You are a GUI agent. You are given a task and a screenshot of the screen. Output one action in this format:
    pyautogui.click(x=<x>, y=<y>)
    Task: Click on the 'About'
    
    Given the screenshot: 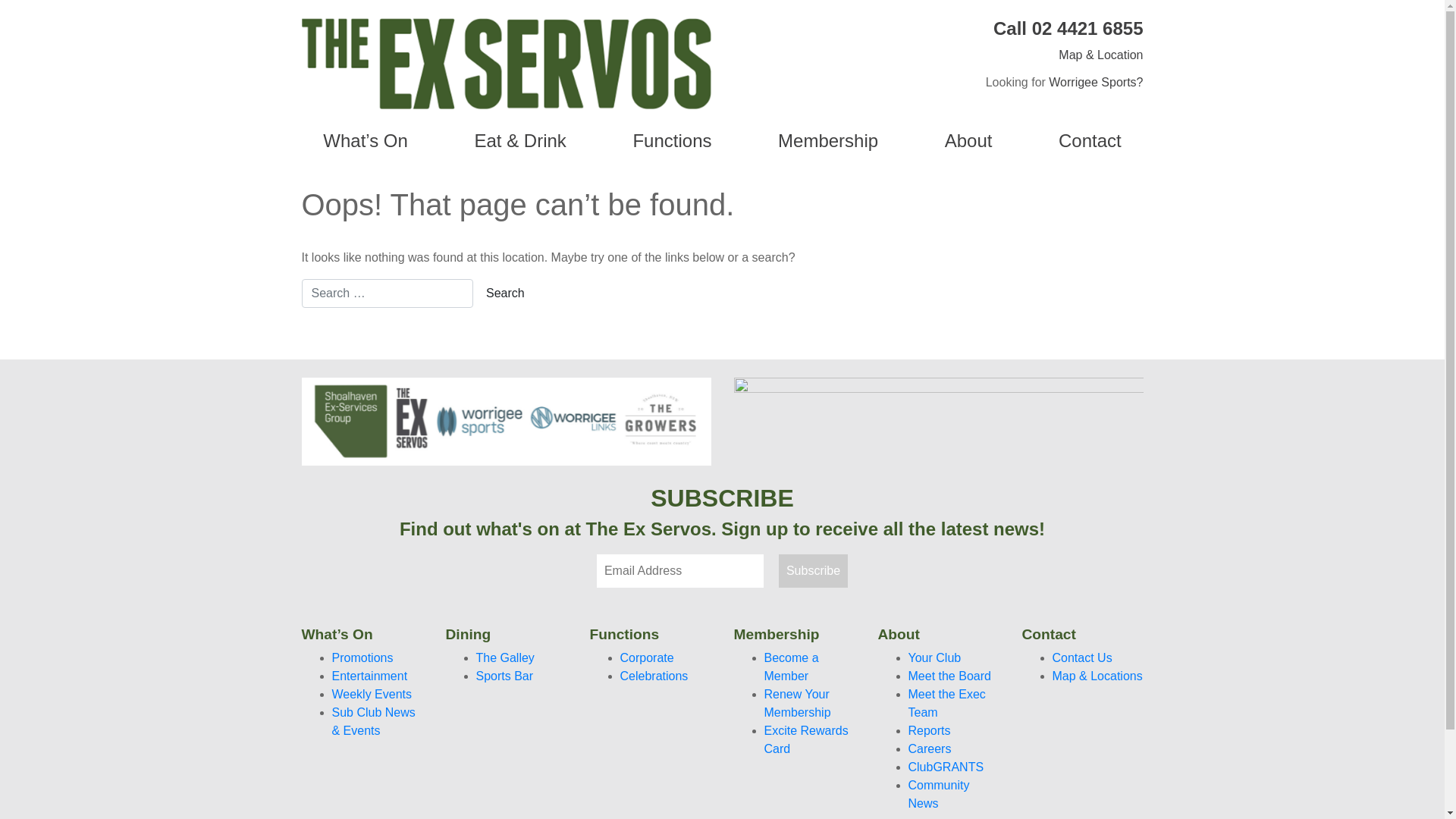 What is the action you would take?
    pyautogui.click(x=910, y=140)
    